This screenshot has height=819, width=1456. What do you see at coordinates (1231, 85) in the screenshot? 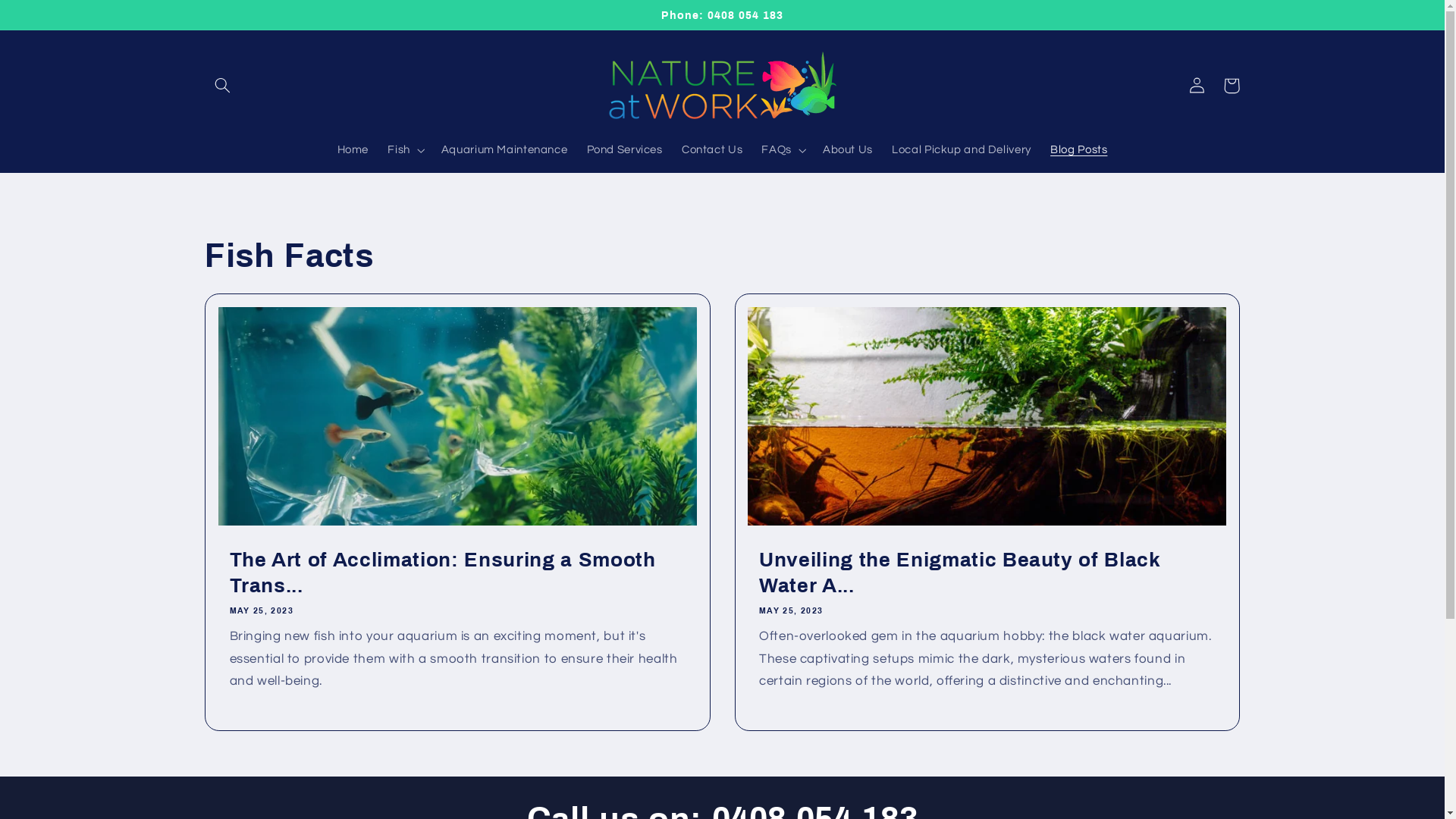
I see `'Cart'` at bounding box center [1231, 85].